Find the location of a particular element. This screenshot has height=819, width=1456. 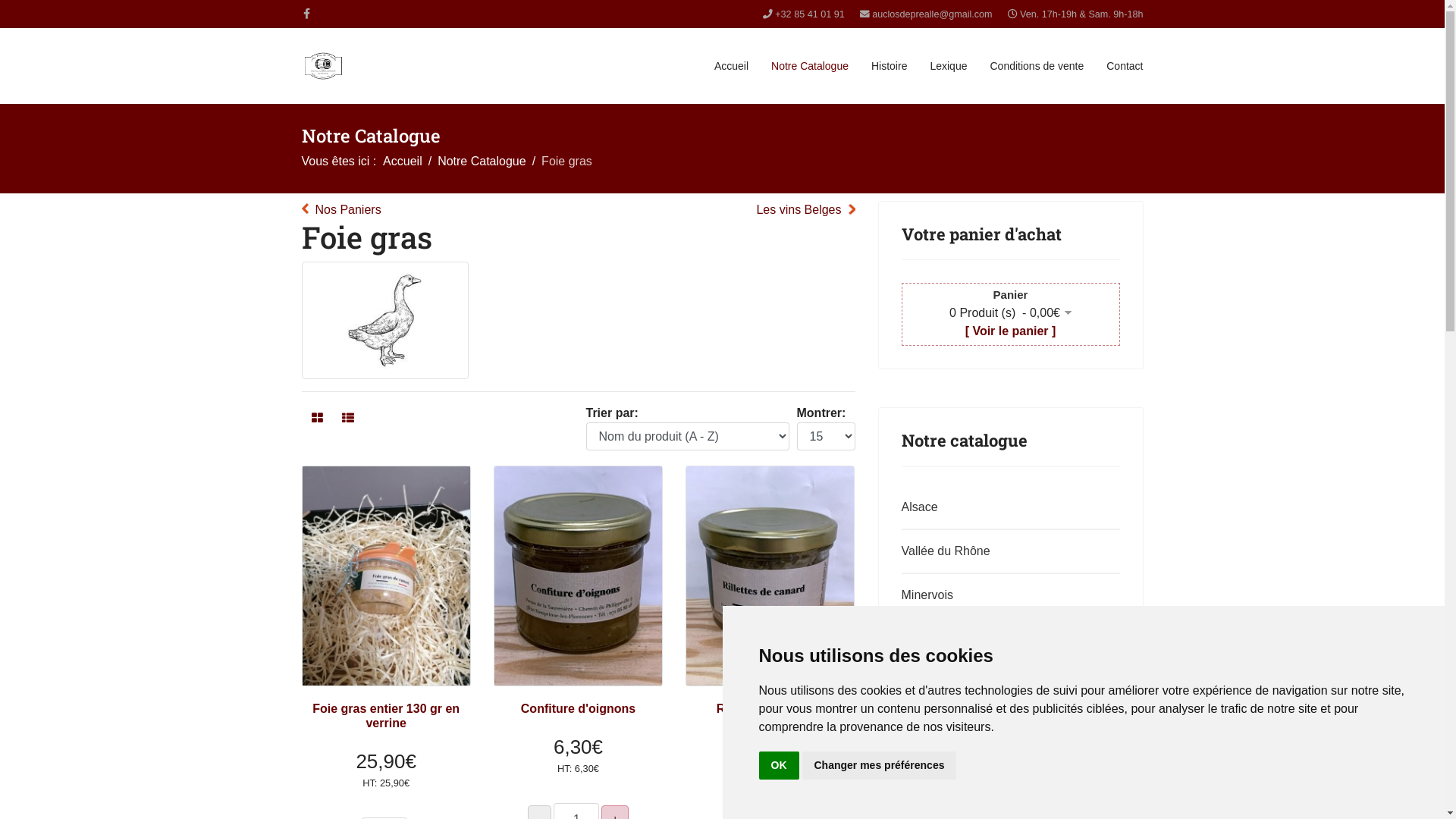

'Accueil' is located at coordinates (403, 161).